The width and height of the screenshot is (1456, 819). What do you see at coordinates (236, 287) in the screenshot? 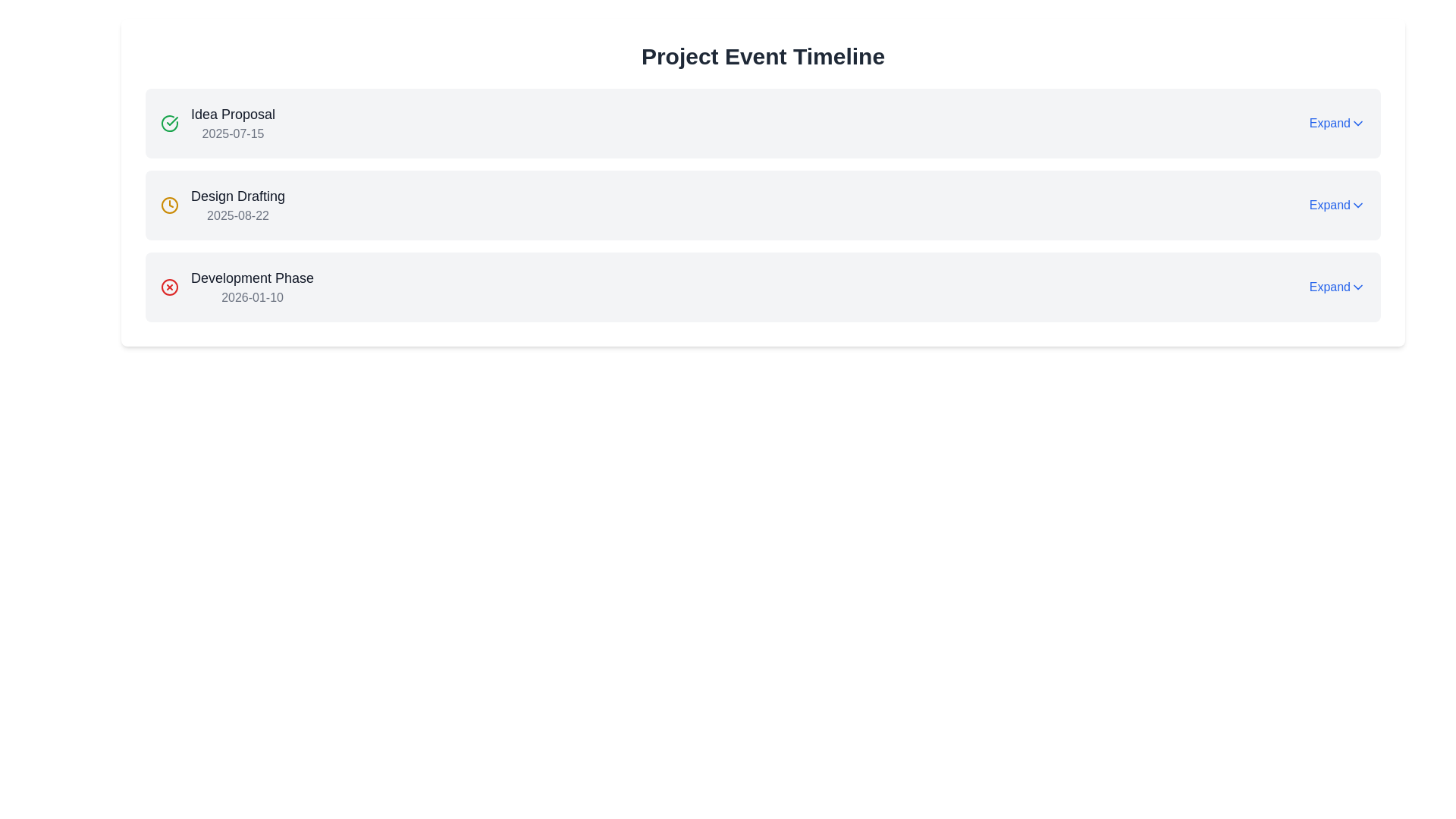
I see `the text of the third list item representing a specific stage in the project timeline` at bounding box center [236, 287].